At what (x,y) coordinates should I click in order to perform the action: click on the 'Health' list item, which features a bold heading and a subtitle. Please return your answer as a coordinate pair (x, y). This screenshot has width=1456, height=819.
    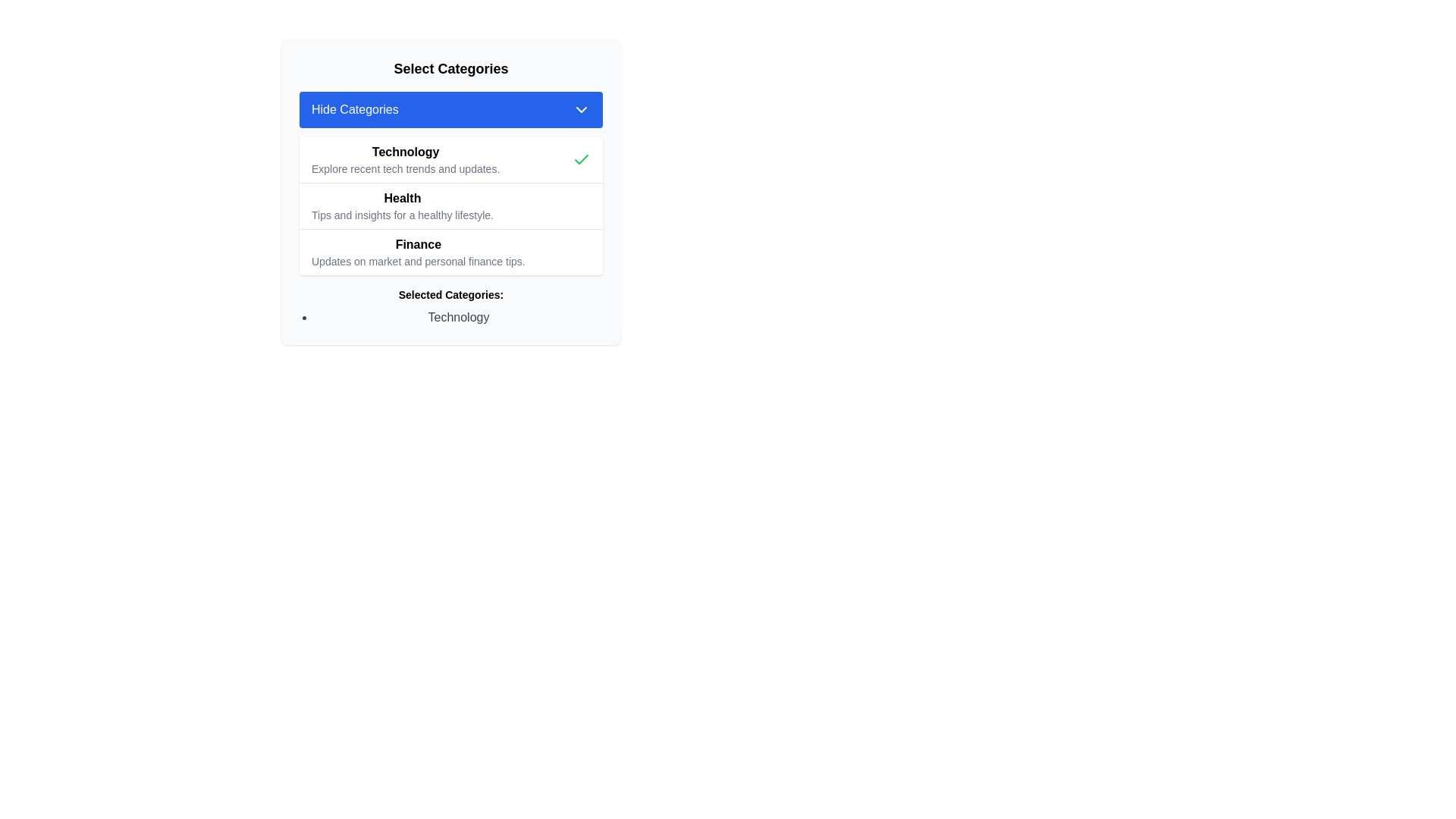
    Looking at the image, I should click on (450, 206).